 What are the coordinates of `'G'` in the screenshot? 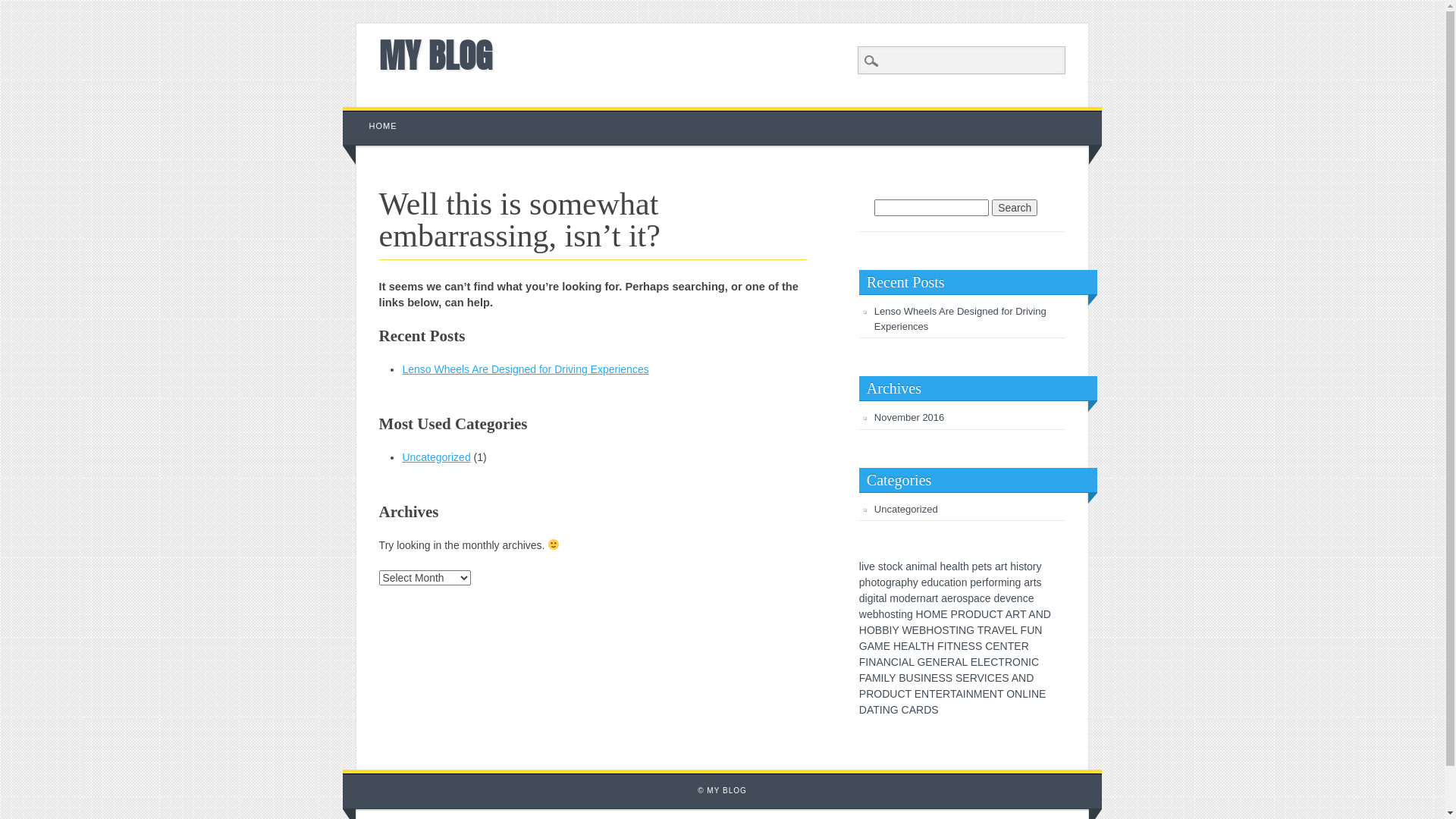 It's located at (894, 710).